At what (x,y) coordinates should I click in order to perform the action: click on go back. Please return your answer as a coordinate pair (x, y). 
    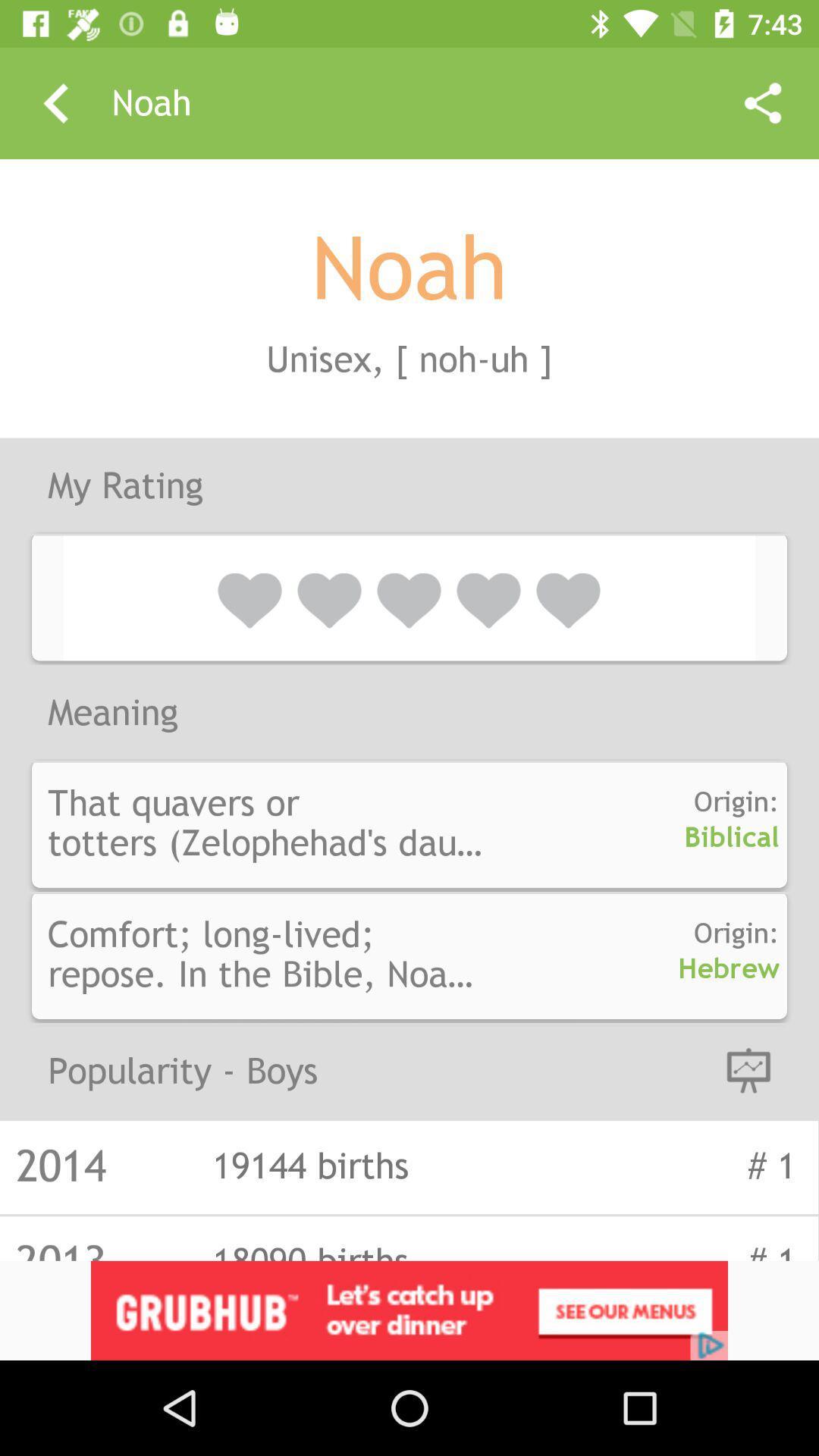
    Looking at the image, I should click on (55, 102).